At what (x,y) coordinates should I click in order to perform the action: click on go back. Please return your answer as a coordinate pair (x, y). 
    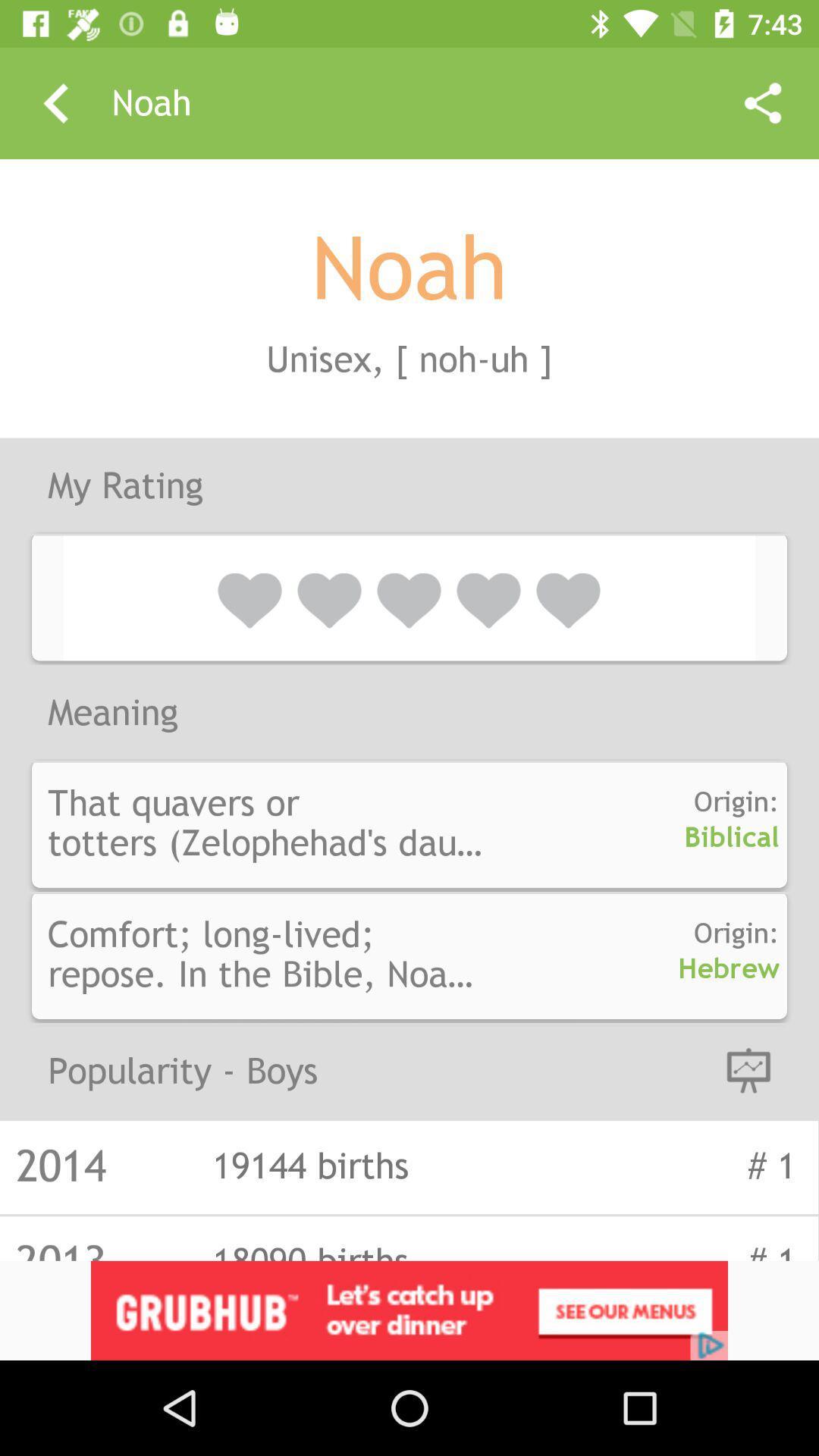
    Looking at the image, I should click on (55, 102).